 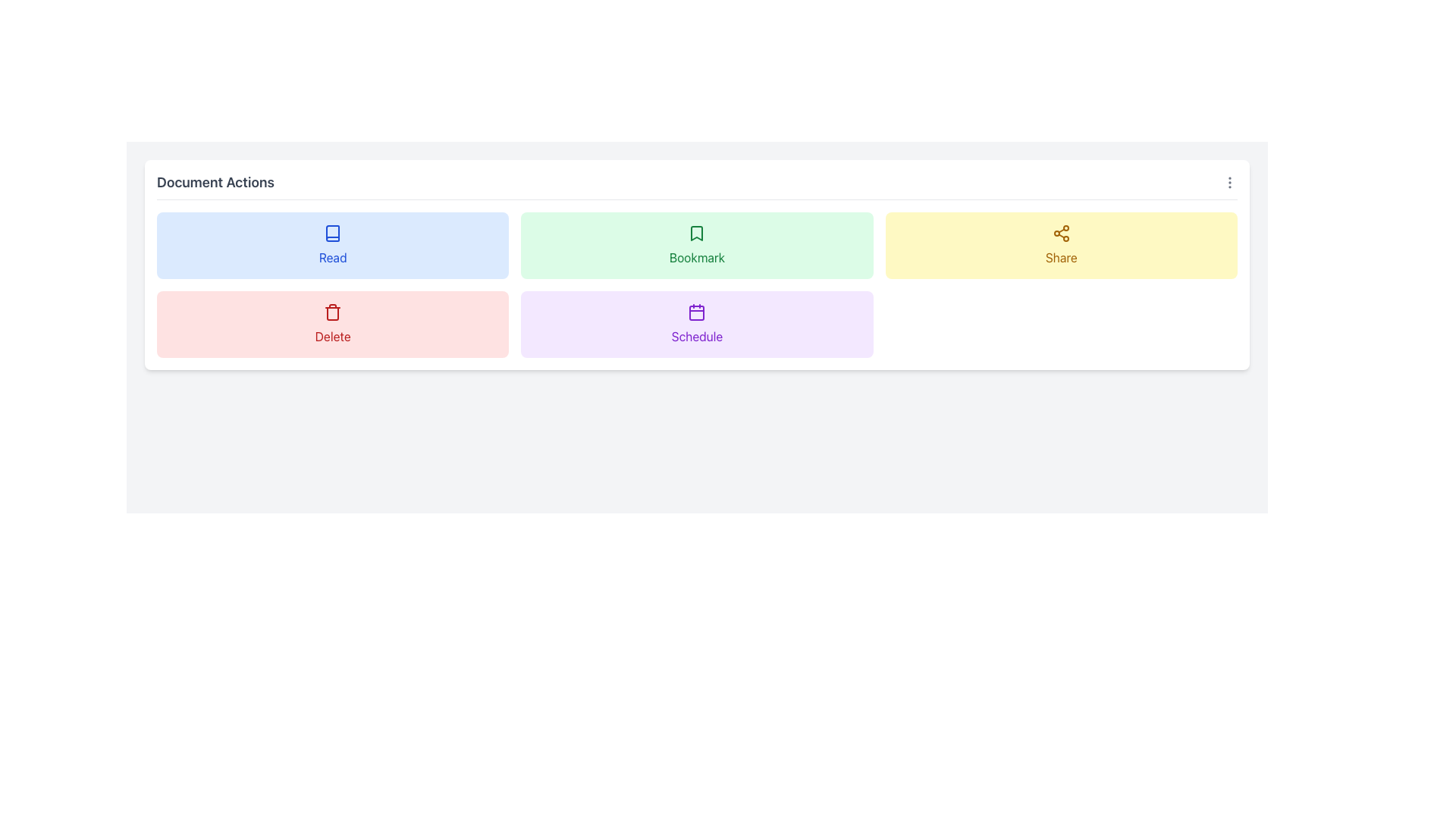 I want to click on the calendar icon located in the lower right section of the grid, directly above the 'Schedule' label and to the right of the red trash icon, so click(x=696, y=312).